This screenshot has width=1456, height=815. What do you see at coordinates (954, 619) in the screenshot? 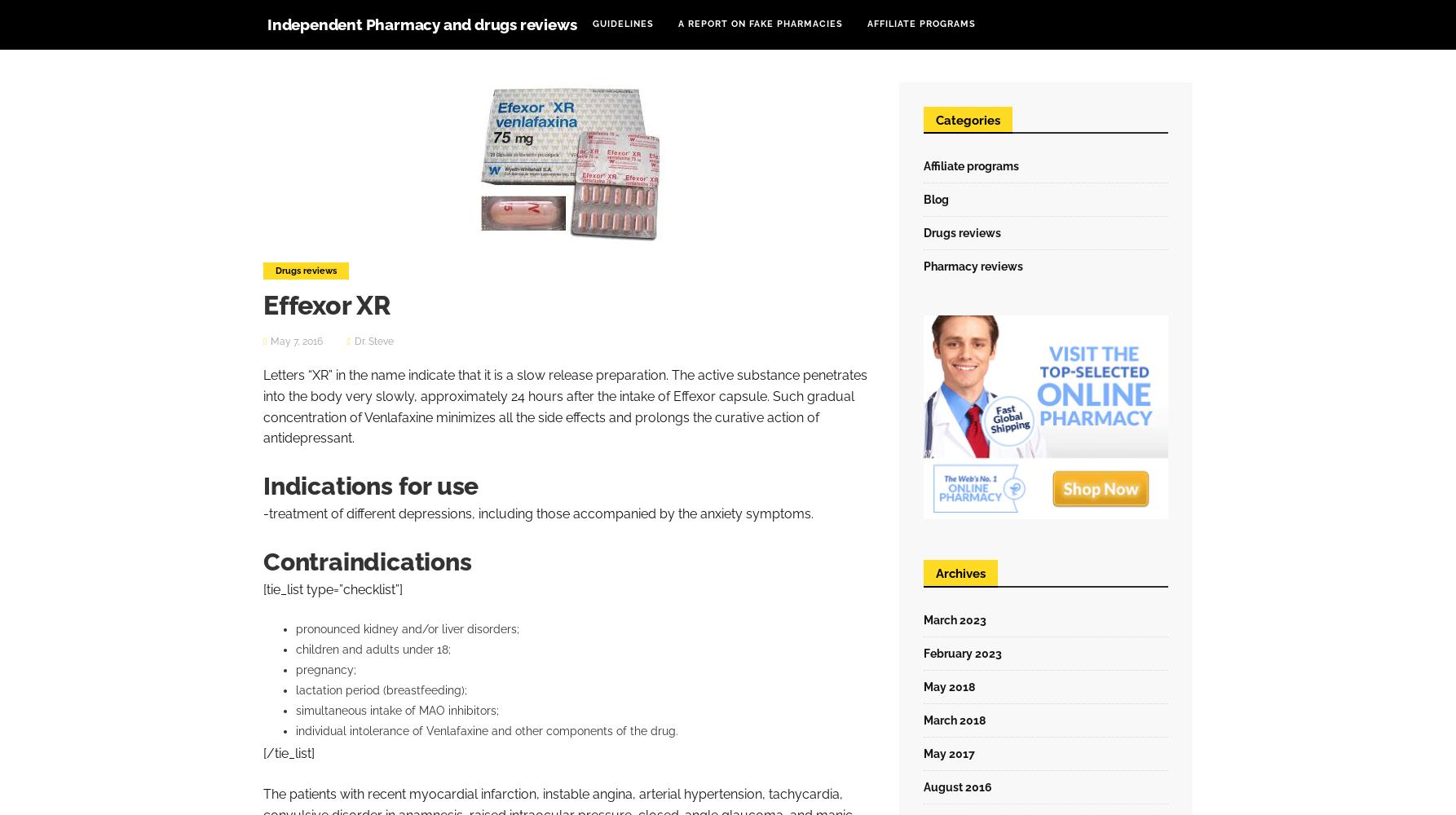
I see `'March 2023'` at bounding box center [954, 619].